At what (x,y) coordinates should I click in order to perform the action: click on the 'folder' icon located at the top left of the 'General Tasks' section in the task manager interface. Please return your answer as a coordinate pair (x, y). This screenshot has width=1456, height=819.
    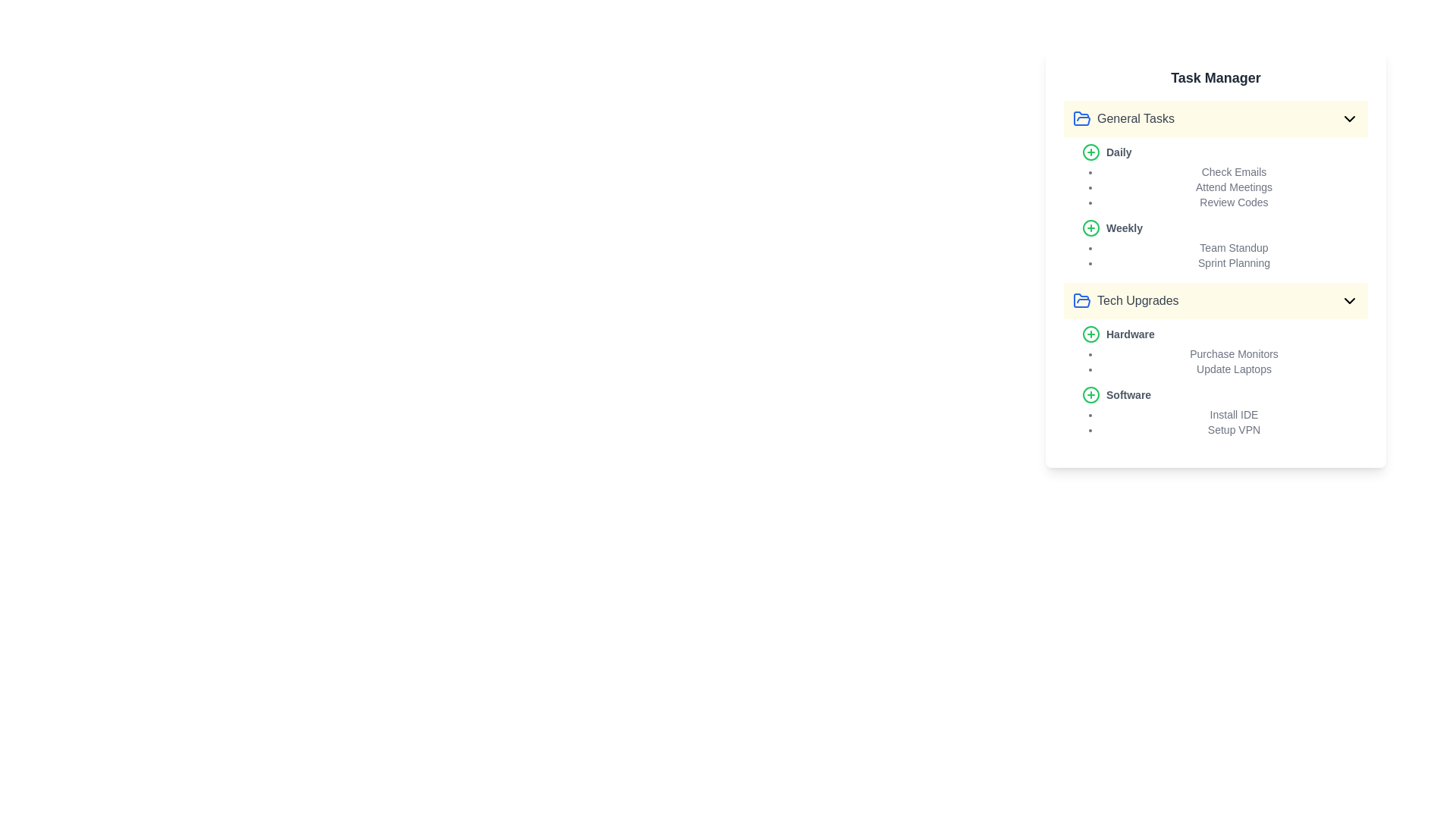
    Looking at the image, I should click on (1081, 300).